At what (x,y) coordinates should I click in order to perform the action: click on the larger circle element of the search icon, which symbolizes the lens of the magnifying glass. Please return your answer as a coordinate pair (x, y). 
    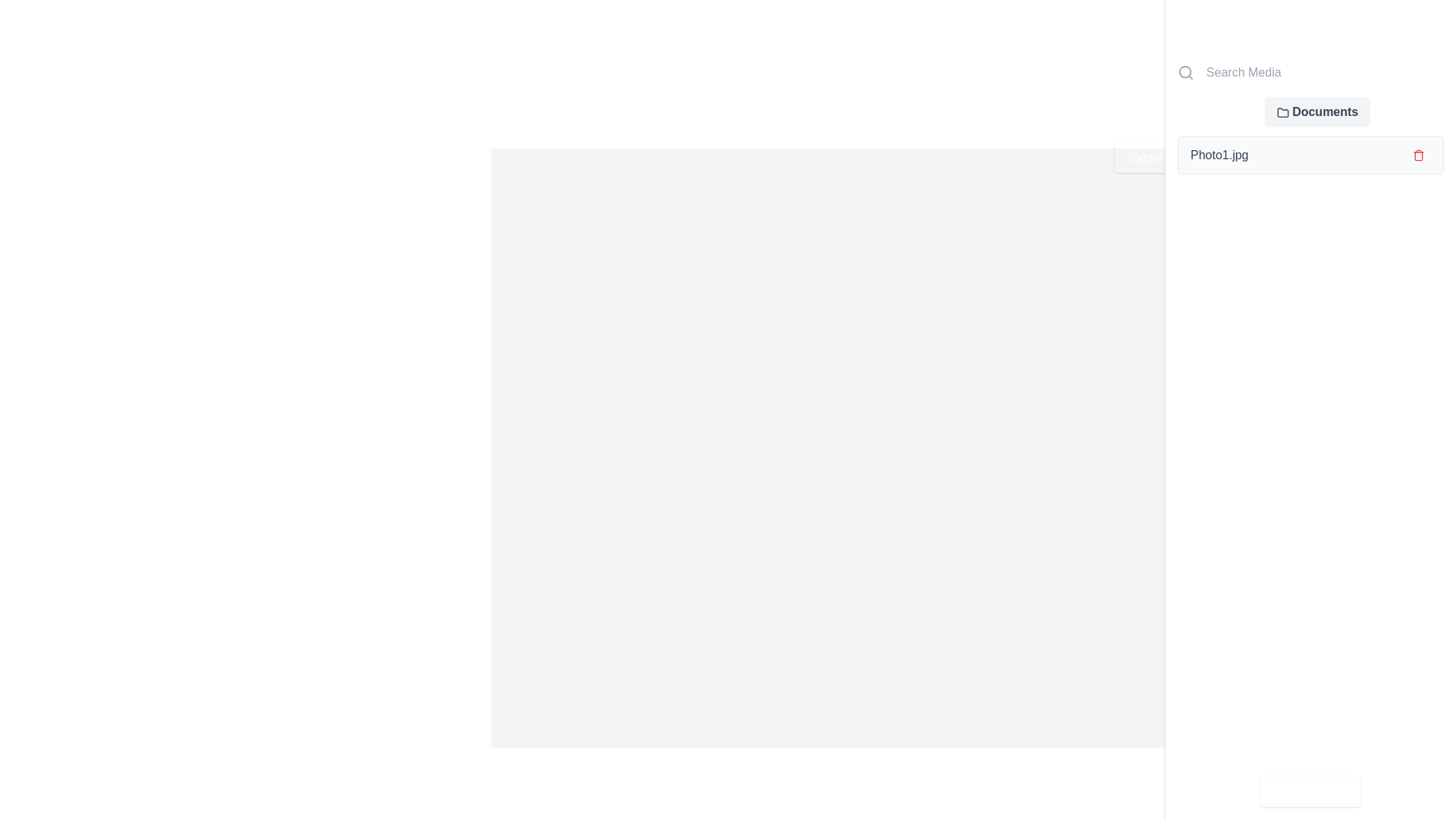
    Looking at the image, I should click on (1185, 72).